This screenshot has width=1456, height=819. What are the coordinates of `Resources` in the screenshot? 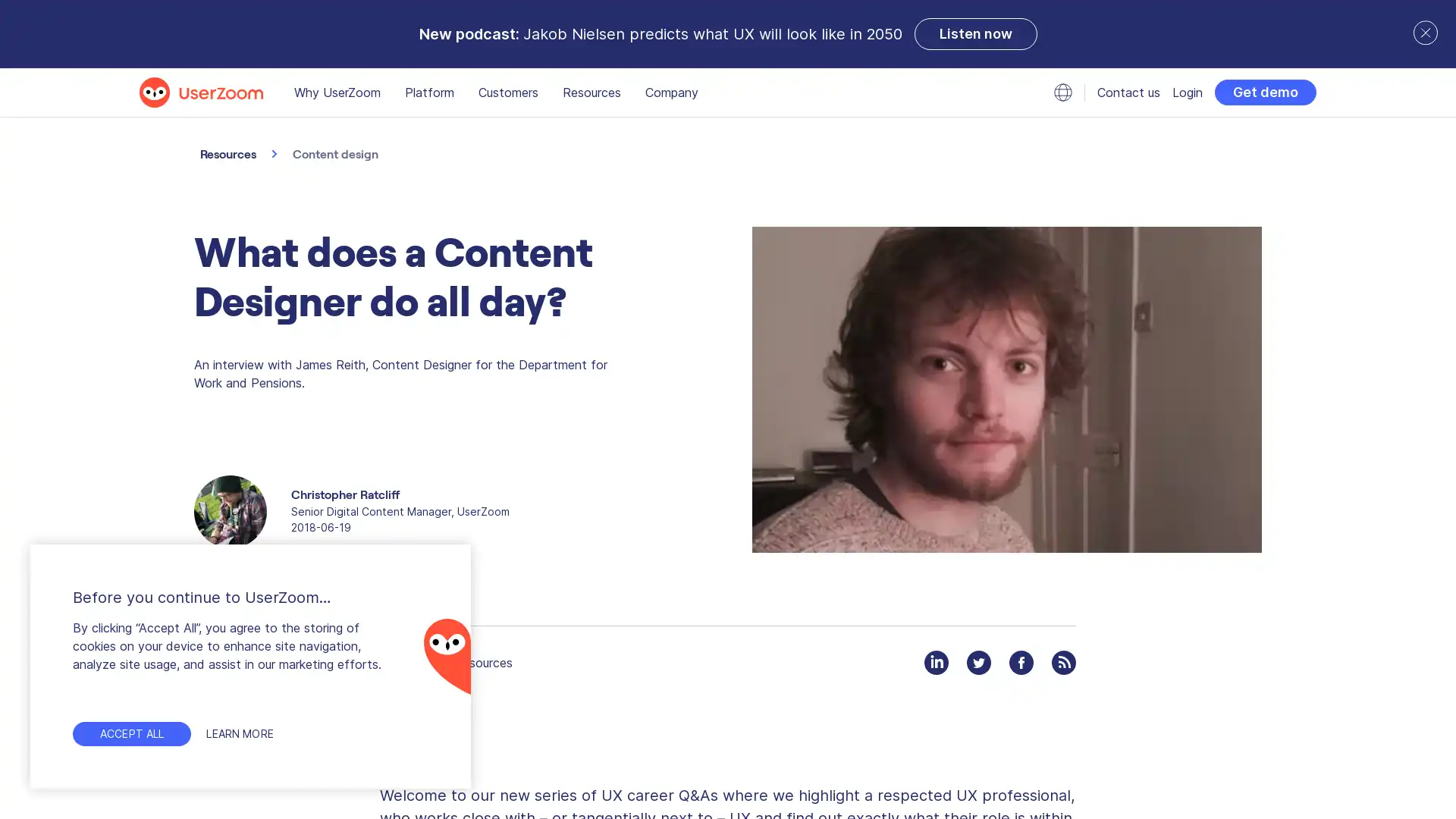 It's located at (591, 93).